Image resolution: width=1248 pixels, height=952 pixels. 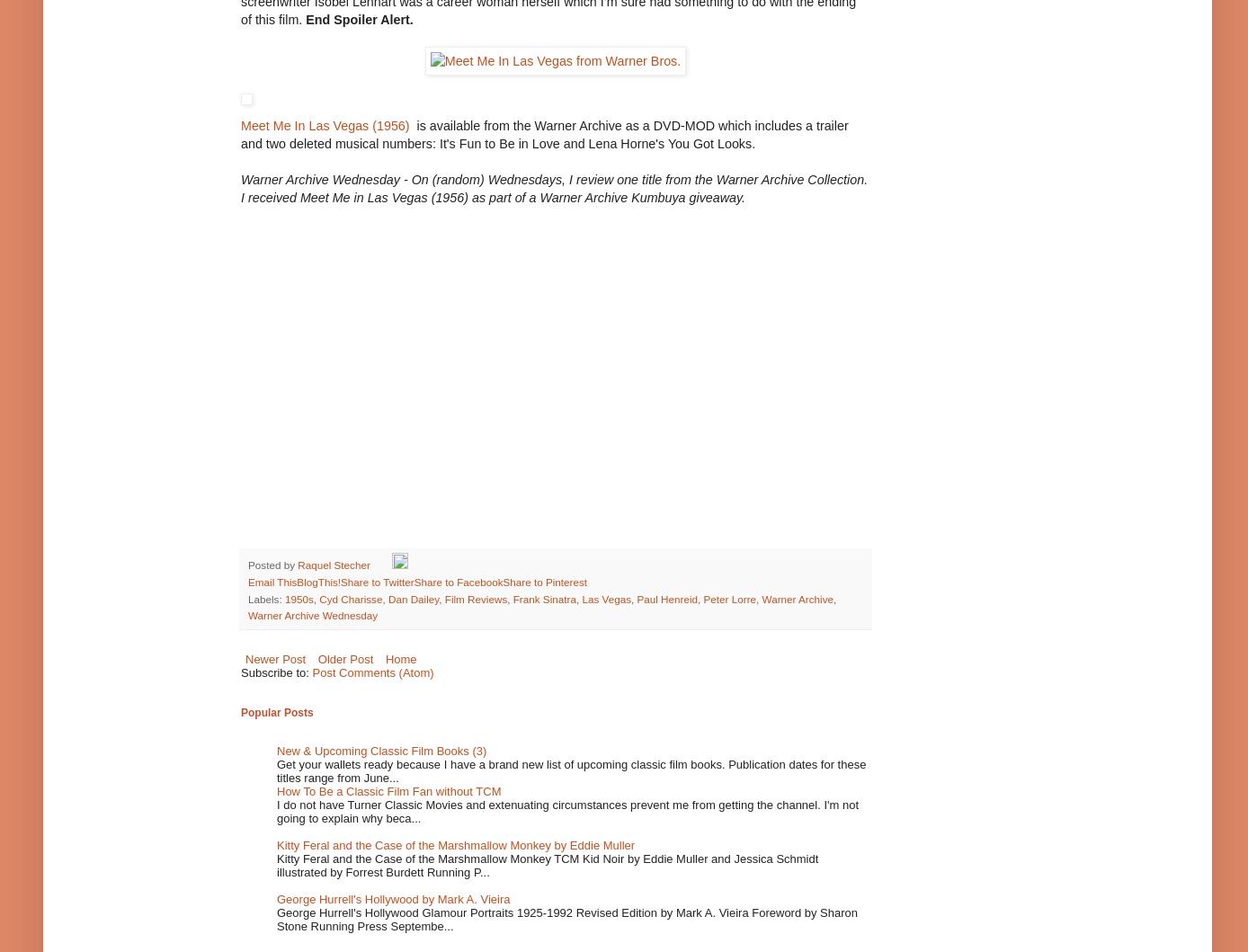 I want to click on 'Las Vegas', so click(x=605, y=598).